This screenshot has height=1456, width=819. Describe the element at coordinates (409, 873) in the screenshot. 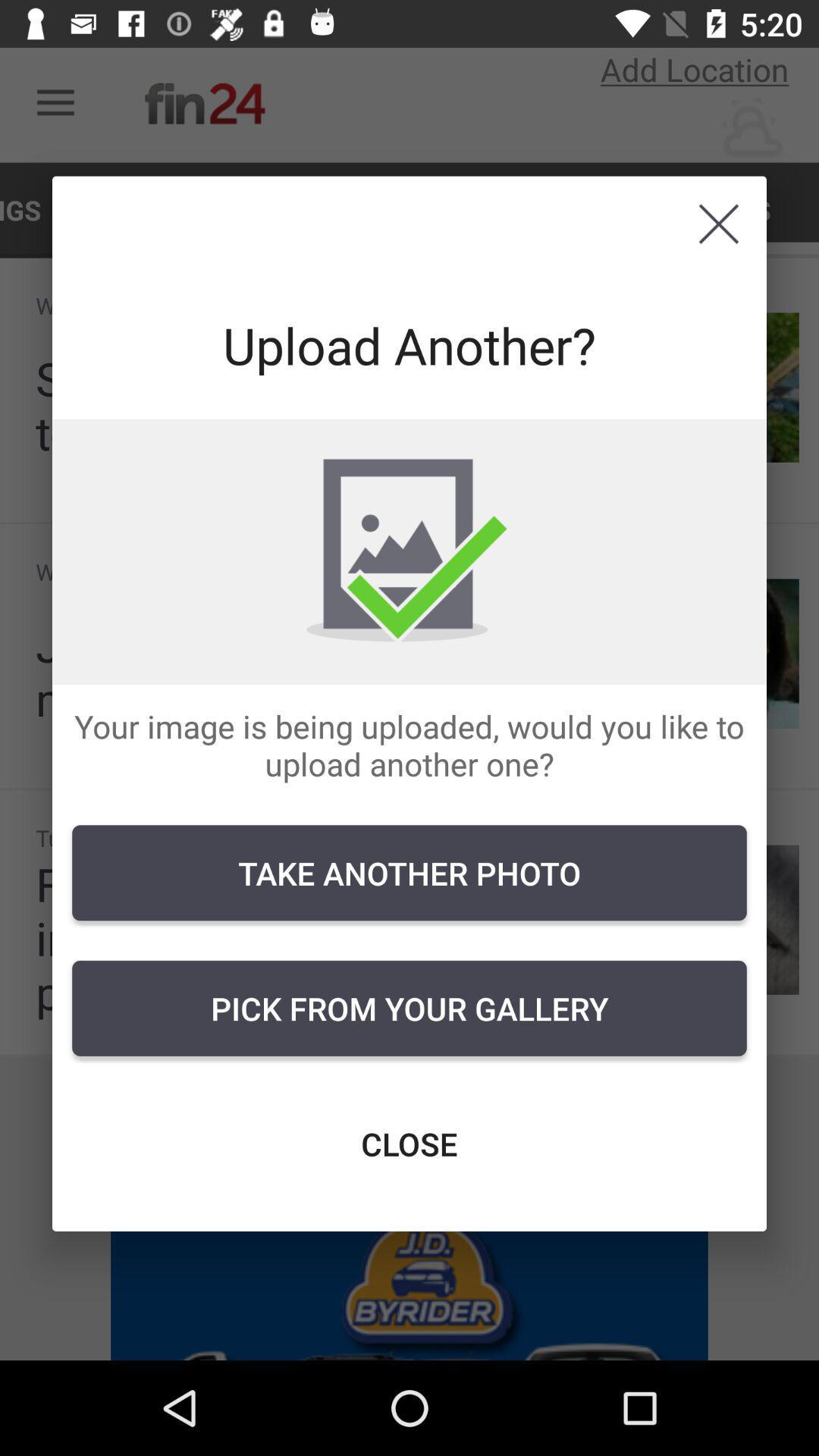

I see `icon above pick from your icon` at that location.